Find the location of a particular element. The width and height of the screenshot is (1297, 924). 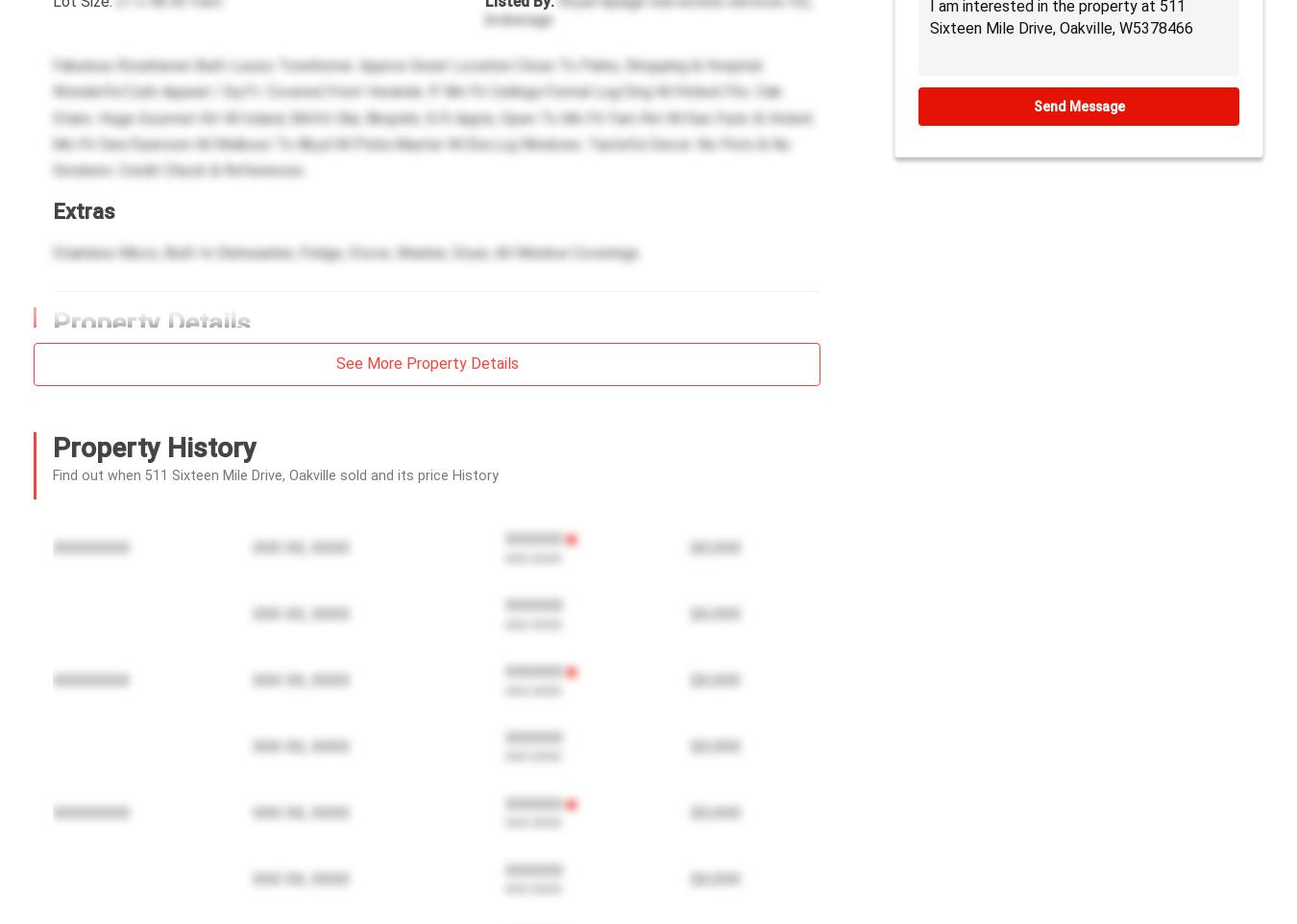

'Days on Market:' is located at coordinates (51, 458).